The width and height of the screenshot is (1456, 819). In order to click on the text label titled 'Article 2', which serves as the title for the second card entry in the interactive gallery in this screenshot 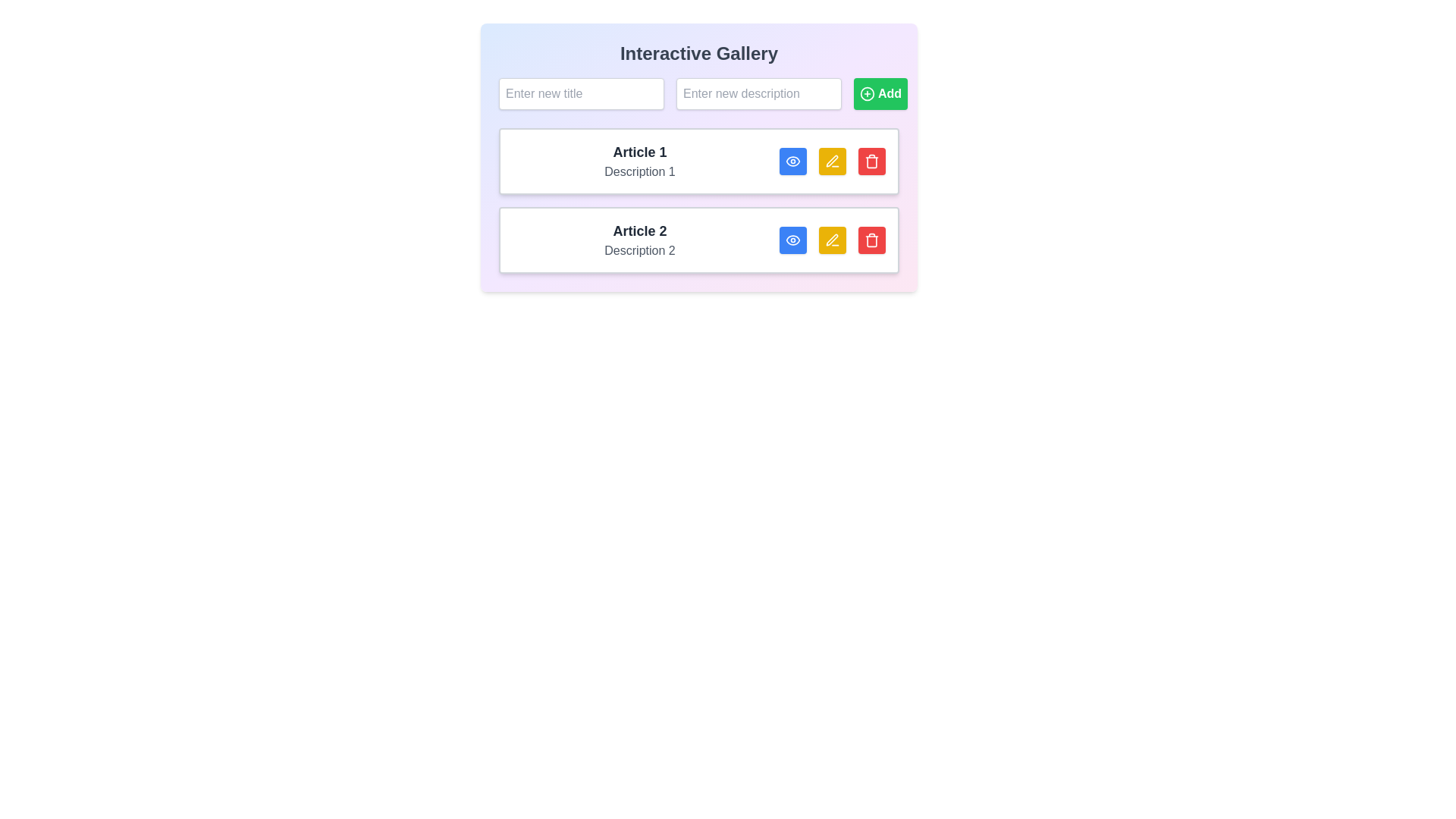, I will do `click(640, 231)`.